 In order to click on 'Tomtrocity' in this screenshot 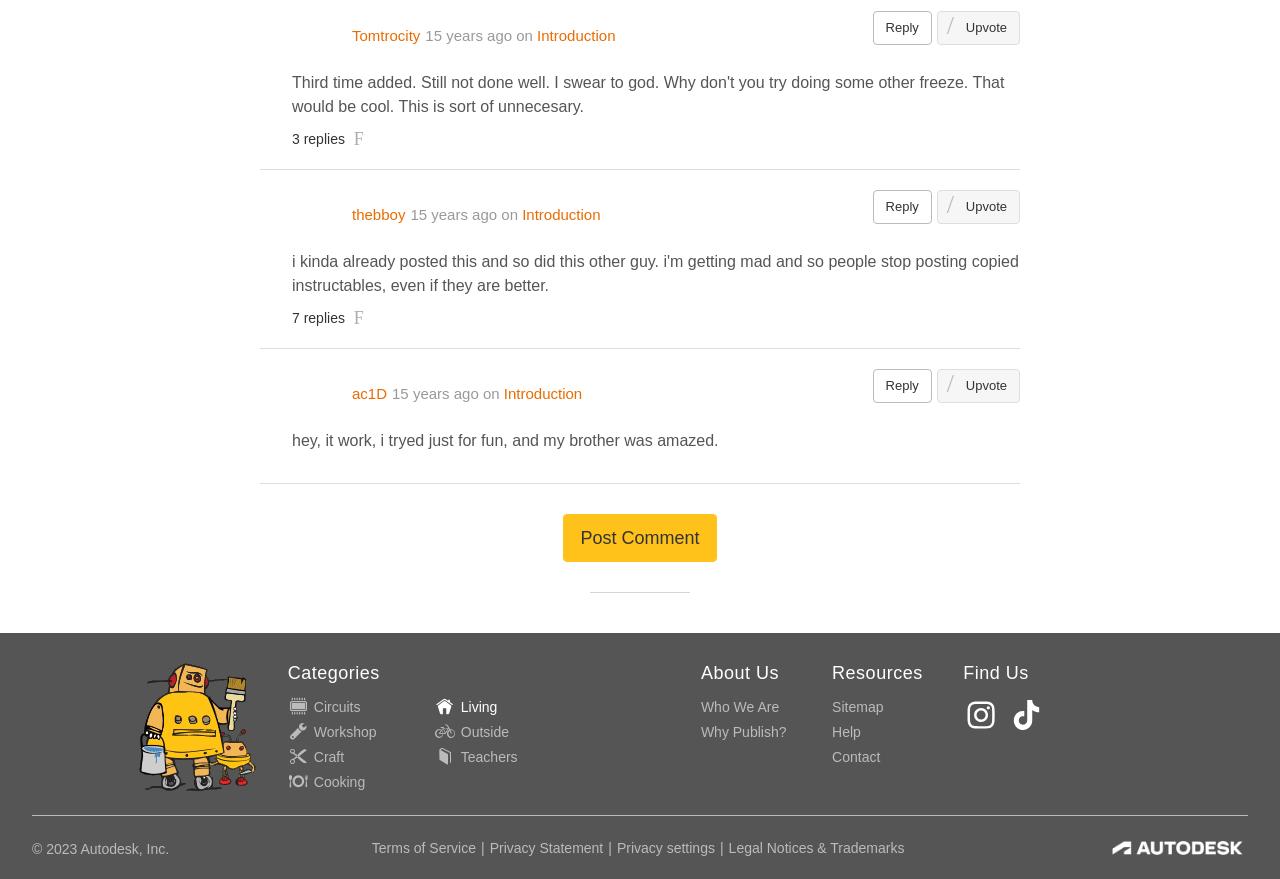, I will do `click(352, 34)`.